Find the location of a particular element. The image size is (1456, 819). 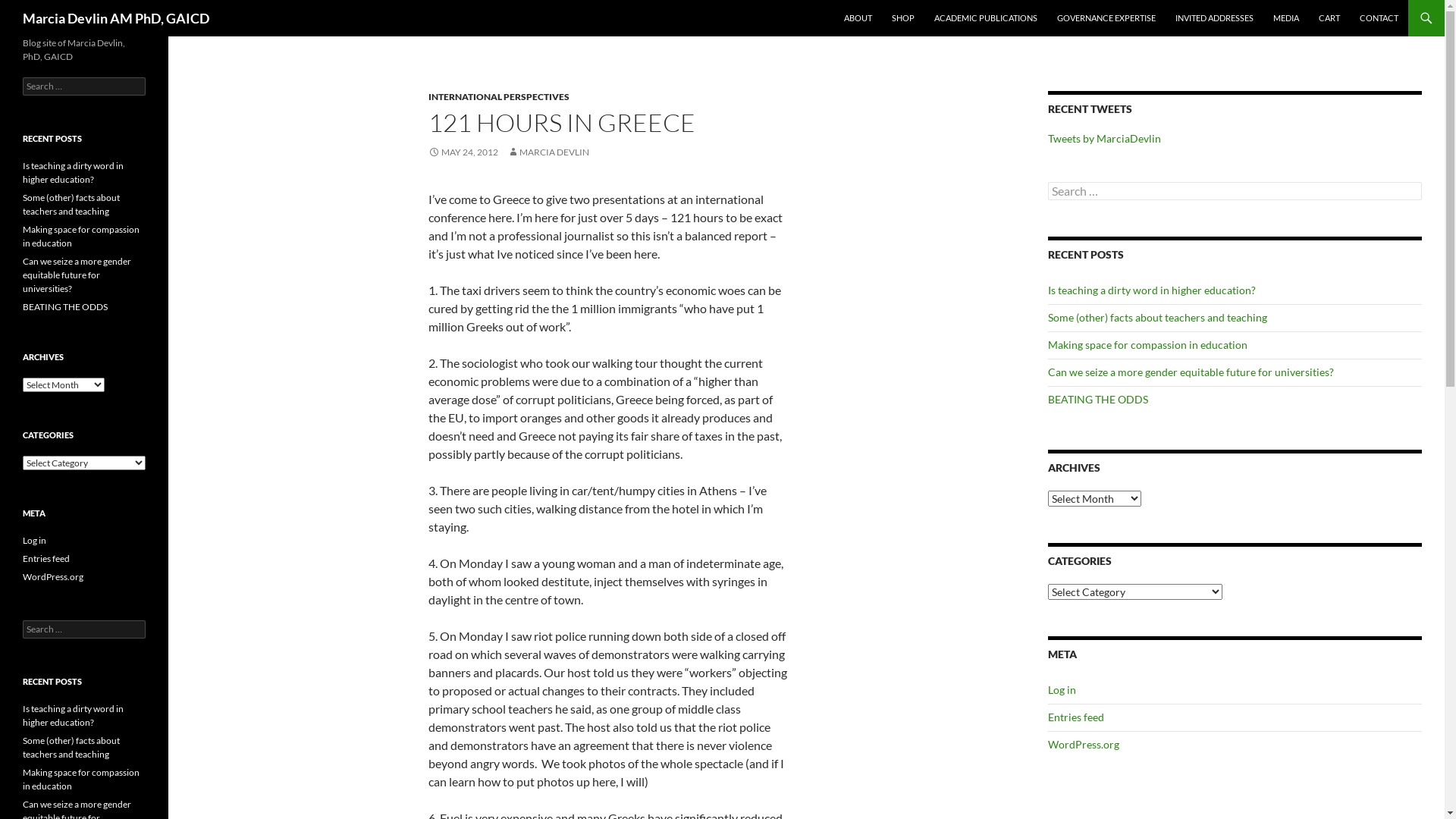

'CART' is located at coordinates (1328, 17).